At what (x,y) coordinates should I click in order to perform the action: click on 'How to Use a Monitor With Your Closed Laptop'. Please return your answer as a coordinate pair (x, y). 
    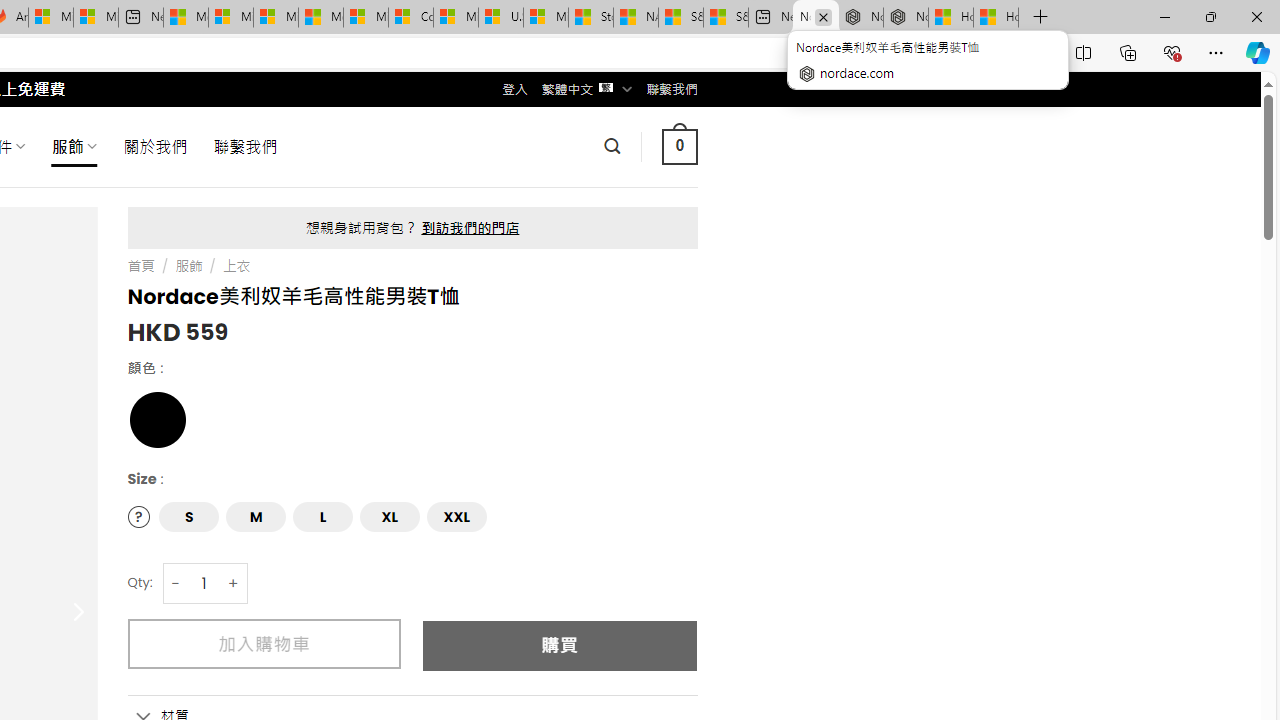
    Looking at the image, I should click on (995, 17).